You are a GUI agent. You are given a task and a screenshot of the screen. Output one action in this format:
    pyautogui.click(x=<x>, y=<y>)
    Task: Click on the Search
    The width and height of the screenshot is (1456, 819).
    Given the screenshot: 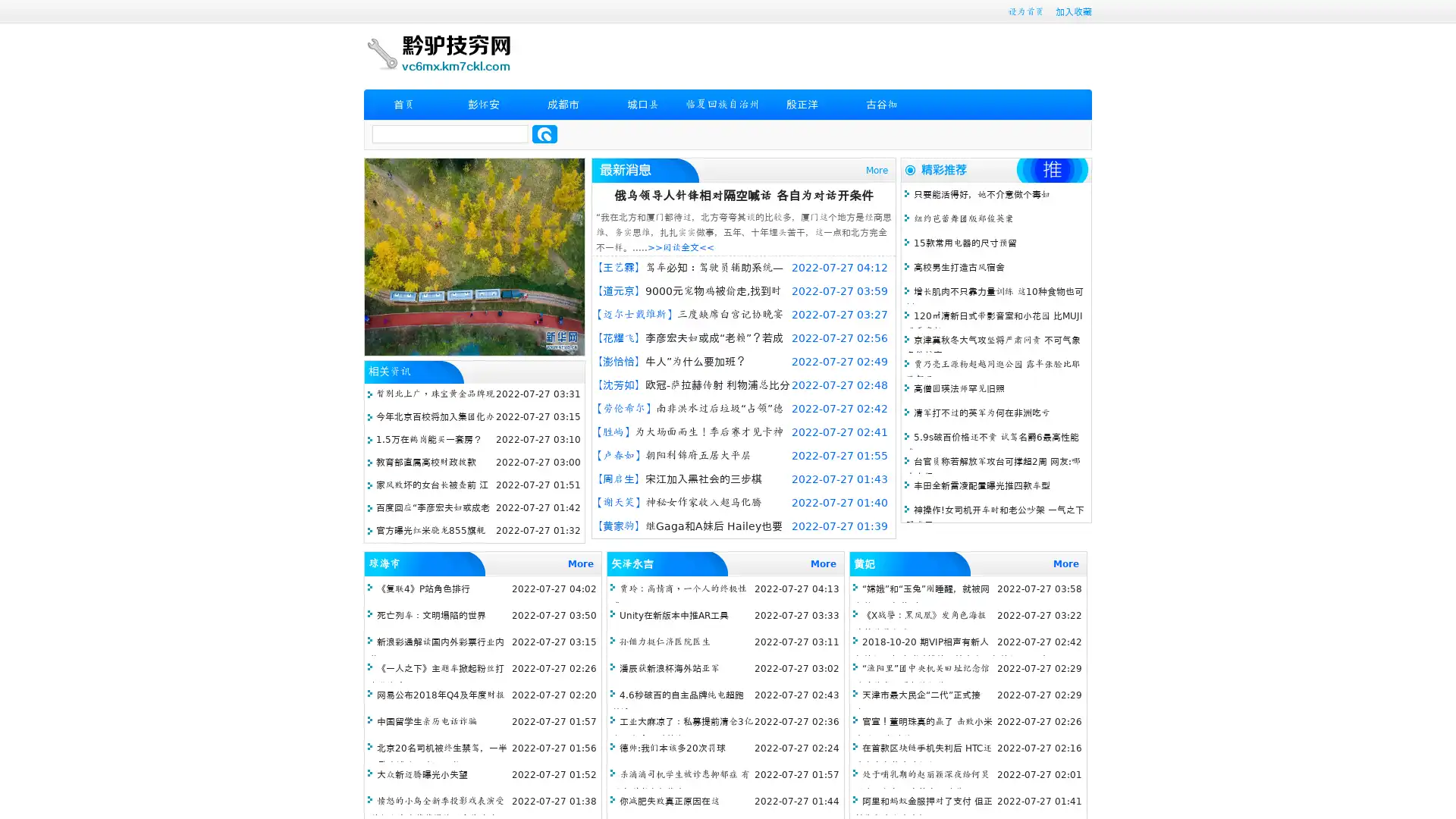 What is the action you would take?
    pyautogui.click(x=544, y=133)
    